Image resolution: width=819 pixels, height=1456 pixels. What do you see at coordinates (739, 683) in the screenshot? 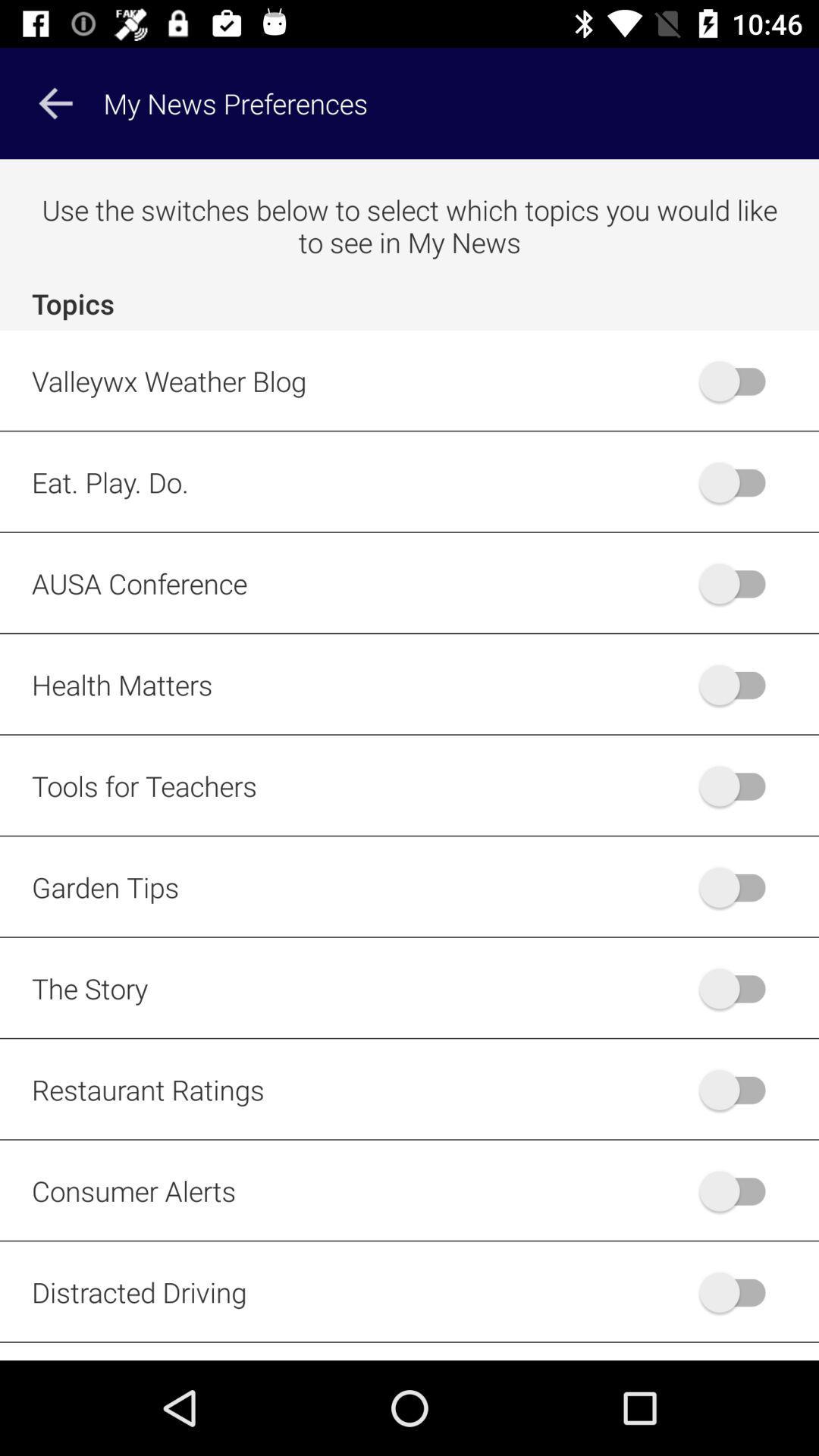
I see `turn preference on and off` at bounding box center [739, 683].